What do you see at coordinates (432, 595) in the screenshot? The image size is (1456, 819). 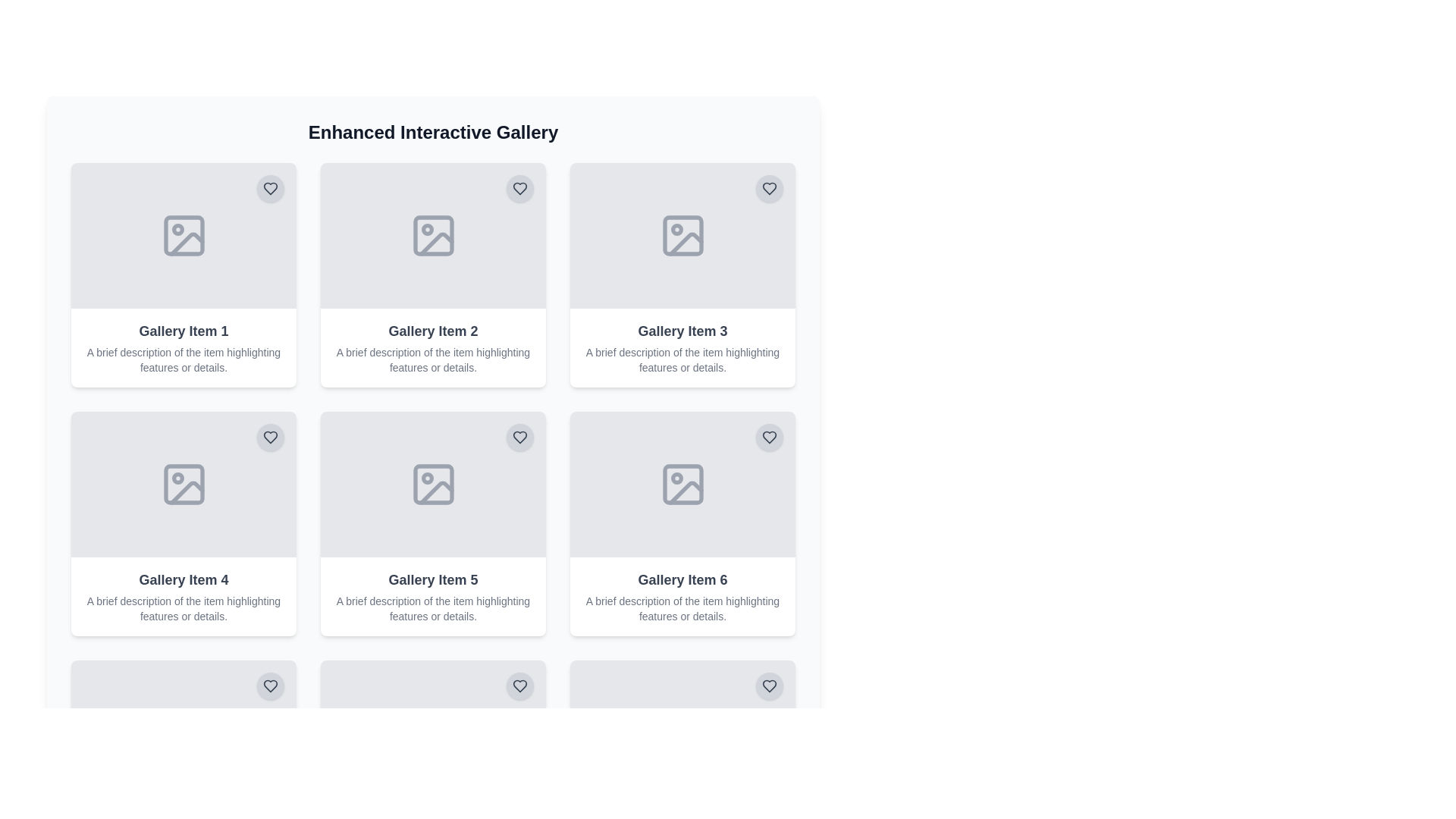 I see `the text block containing the title 'Gallery Item 5' and the description below it, located in the second row, center column of the gallery section` at bounding box center [432, 595].